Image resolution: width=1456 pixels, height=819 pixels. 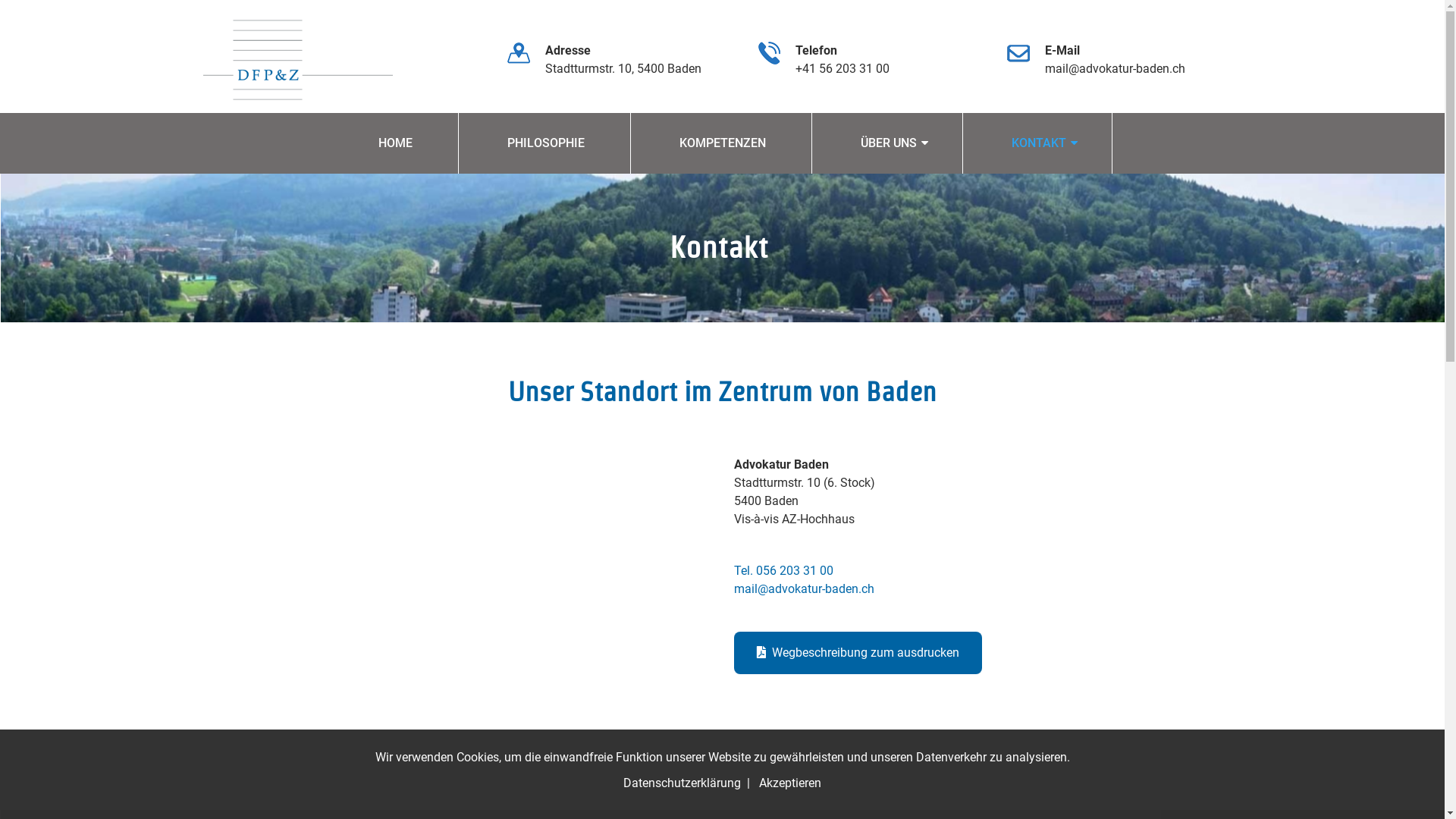 I want to click on 'PHILOSOPHIE', so click(x=545, y=143).